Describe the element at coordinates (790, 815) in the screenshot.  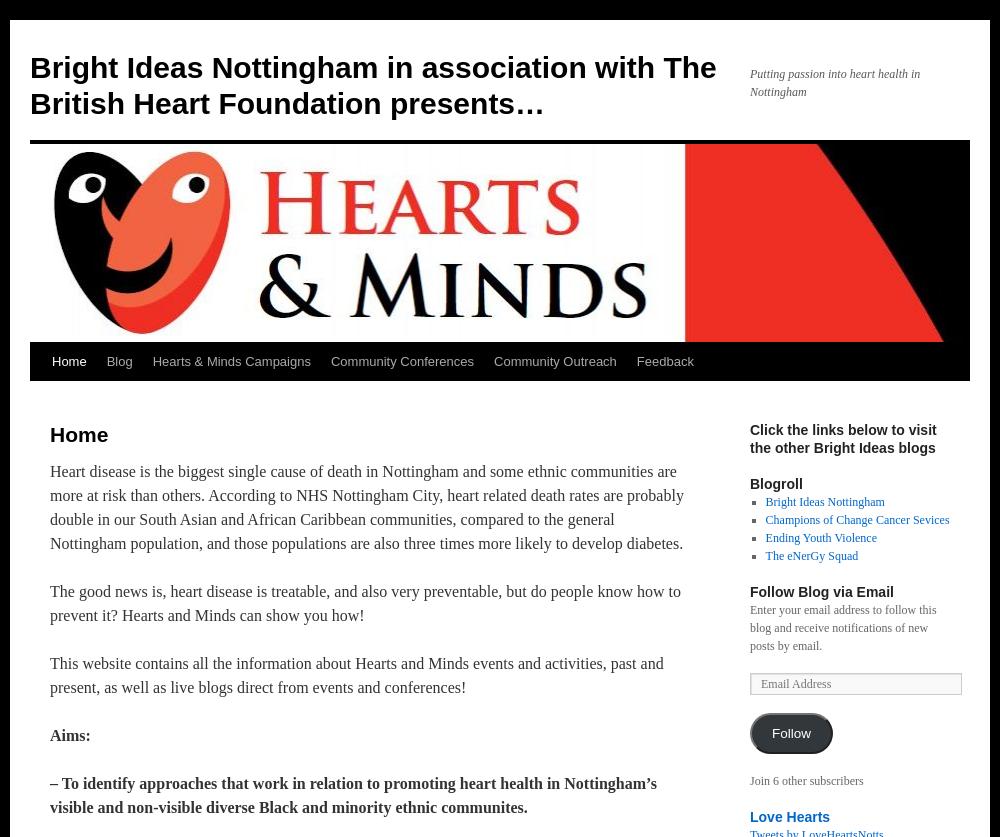
I see `'Love Hearts'` at that location.